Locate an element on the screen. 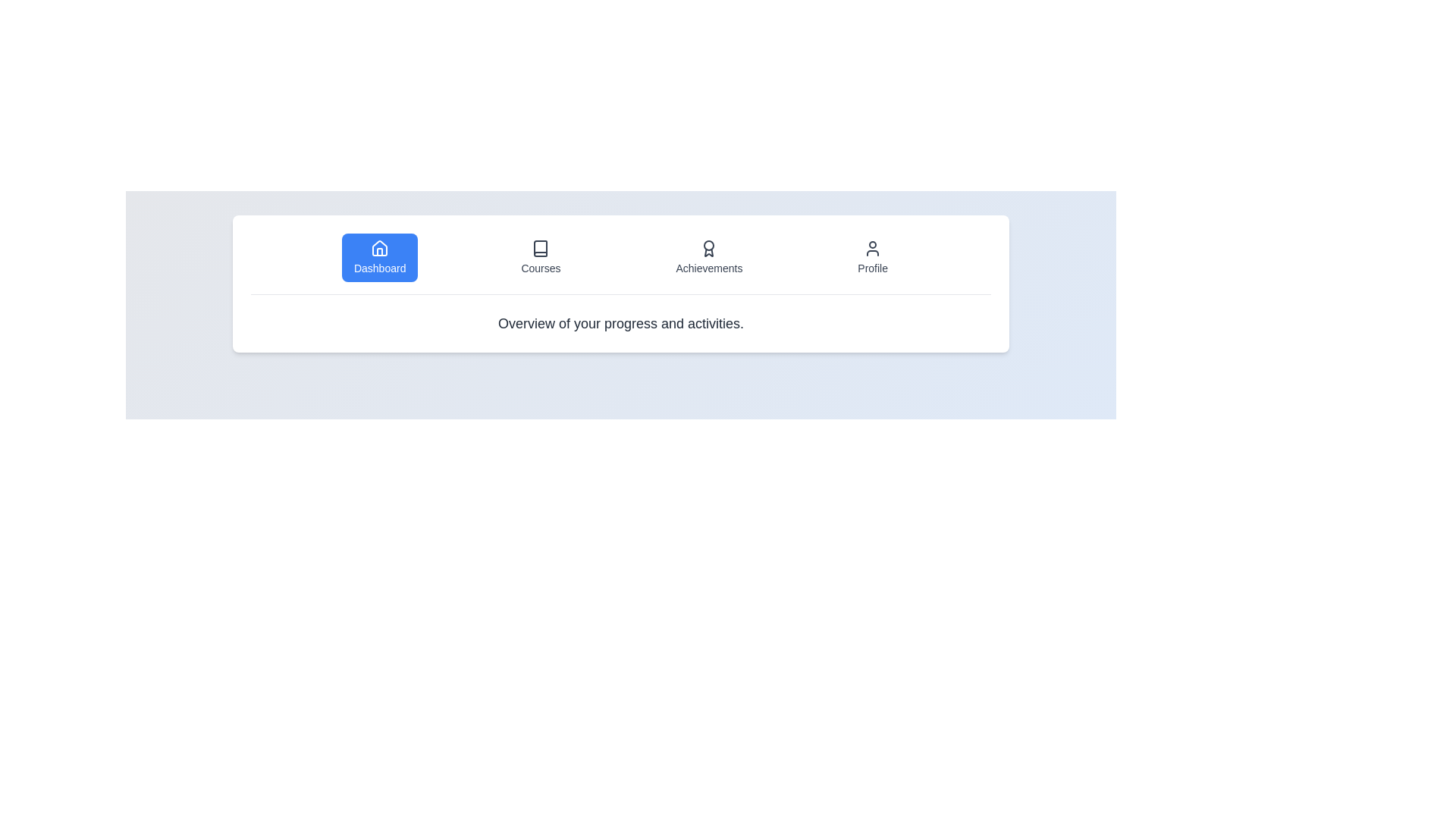  label text indicating the purpose of the navigation item that likely leads to a profile or account page, located below the user silhouette icon is located at coordinates (873, 268).